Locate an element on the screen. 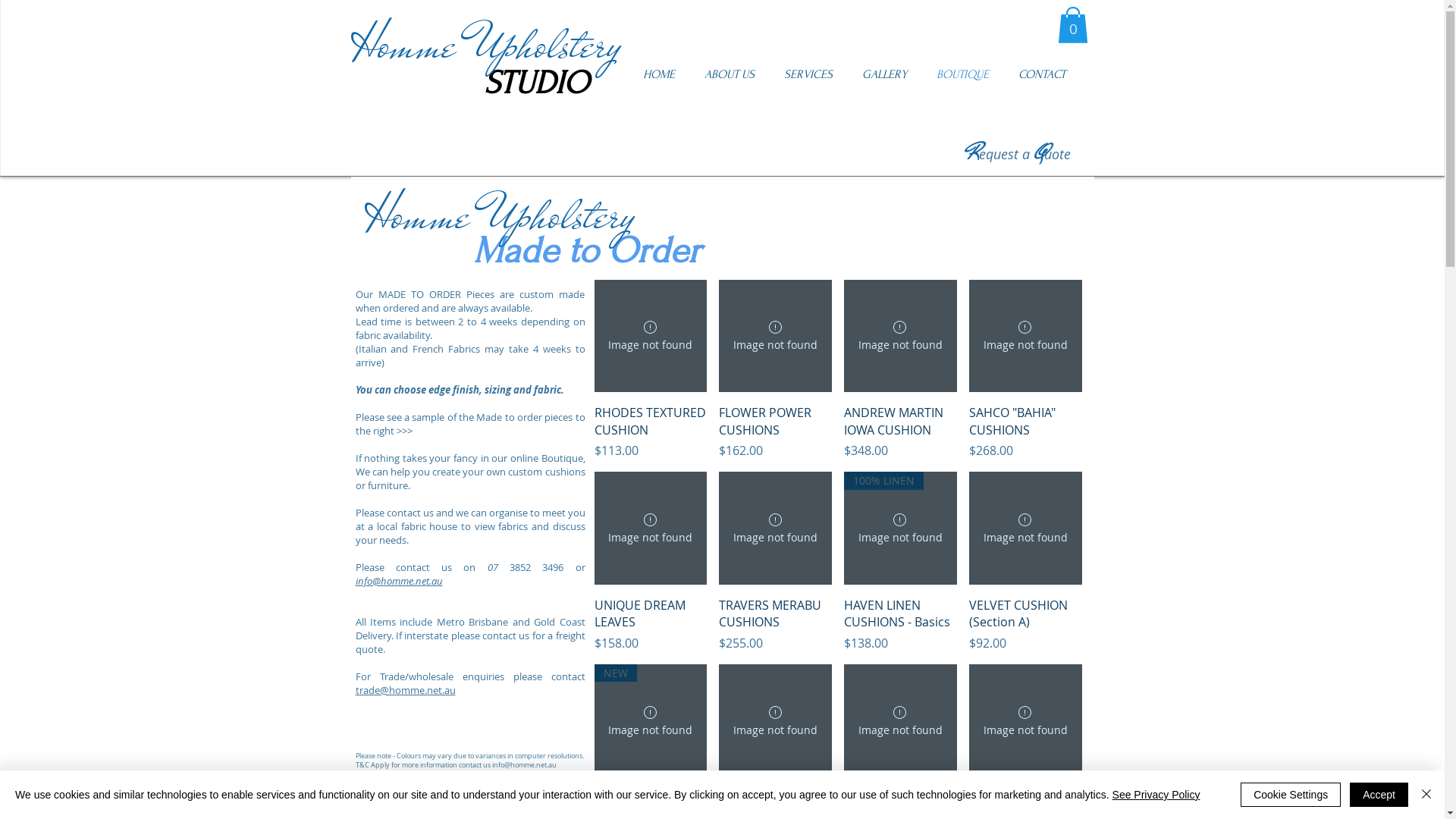 The width and height of the screenshot is (1456, 819). 'SERVICES' is located at coordinates (814, 74).